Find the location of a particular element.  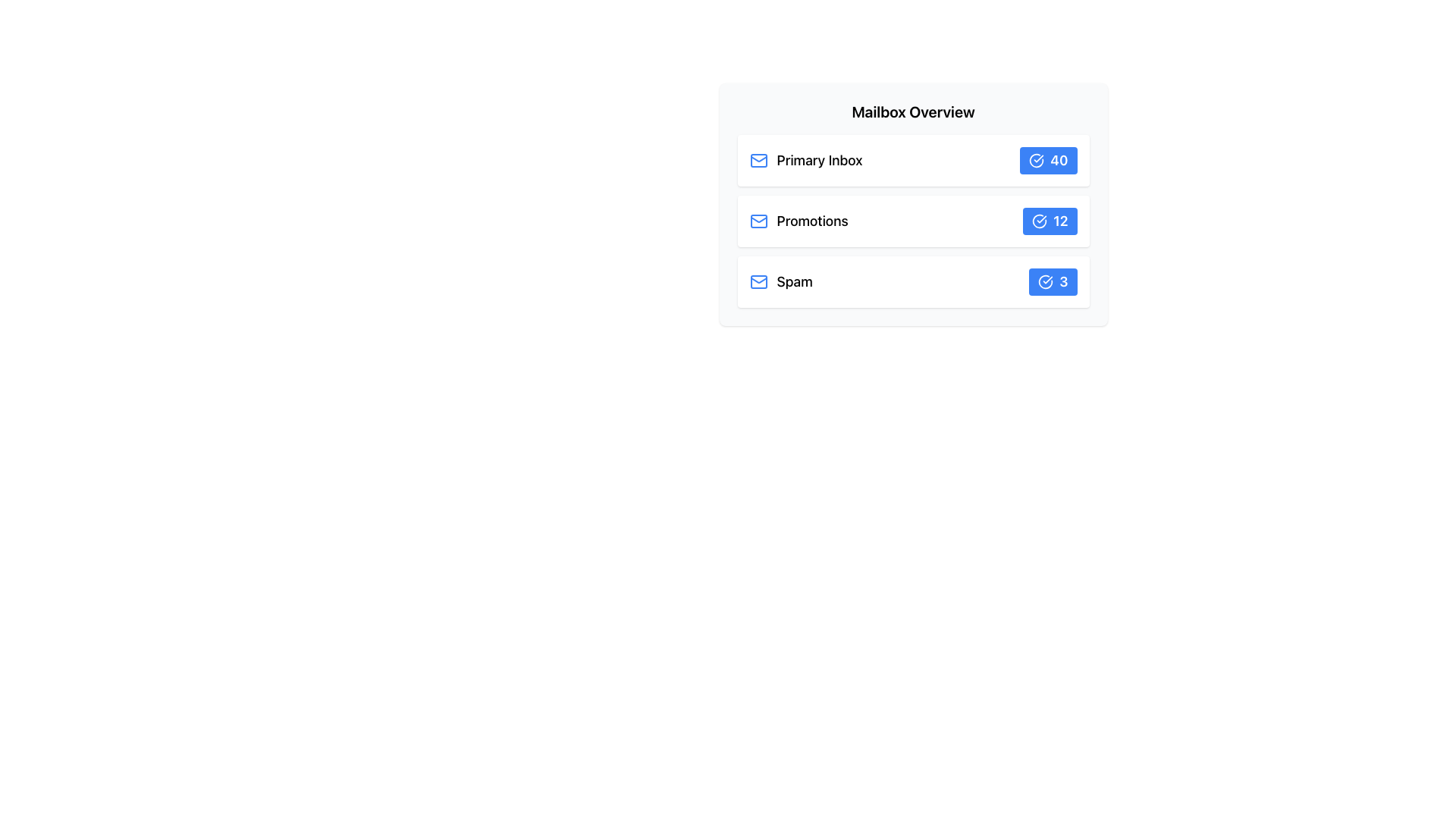

the mailbox icon representing the 'Promotions' category in the 'Mailbox Overview' section is located at coordinates (758, 221).